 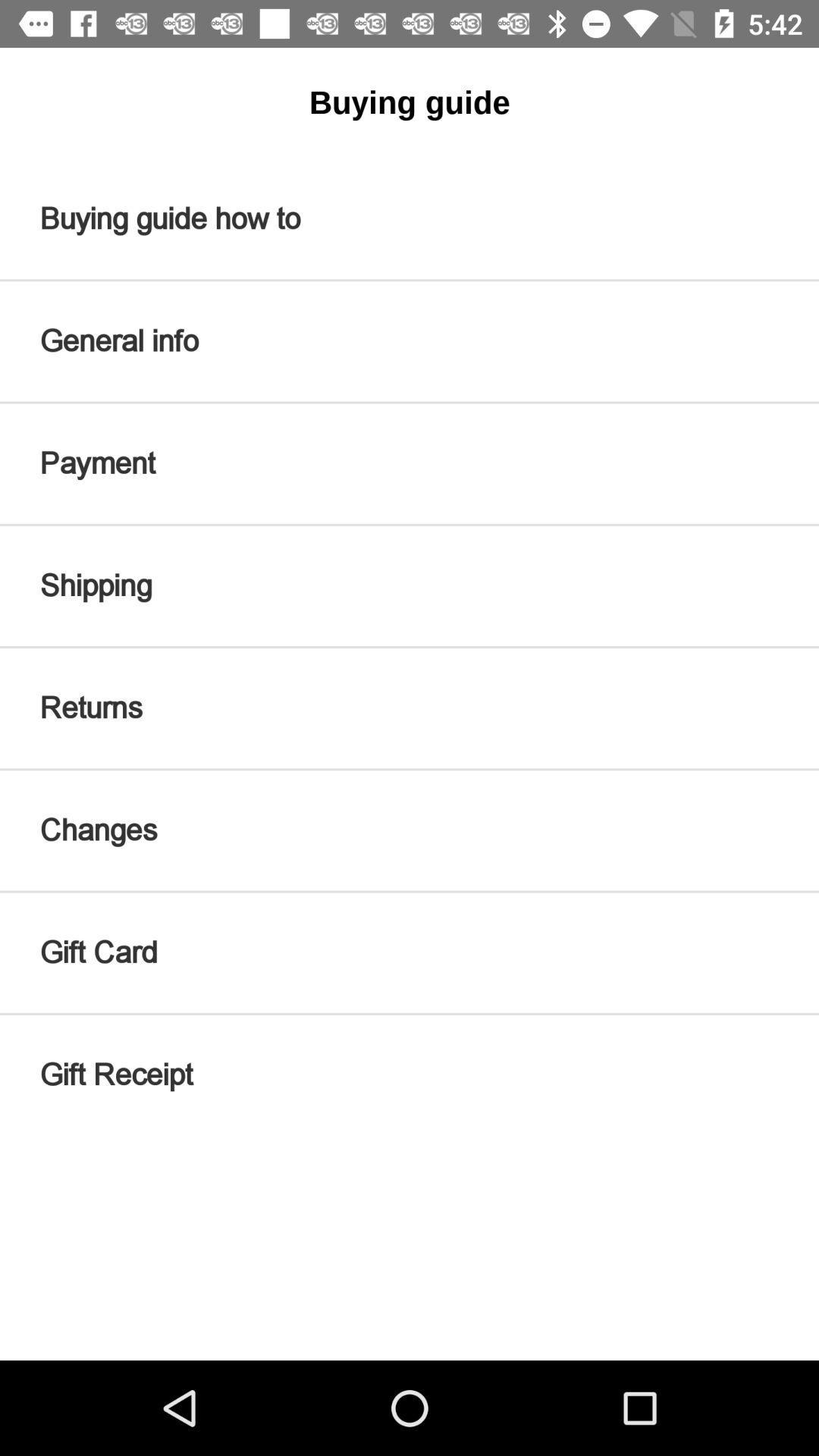 I want to click on the returns, so click(x=409, y=708).